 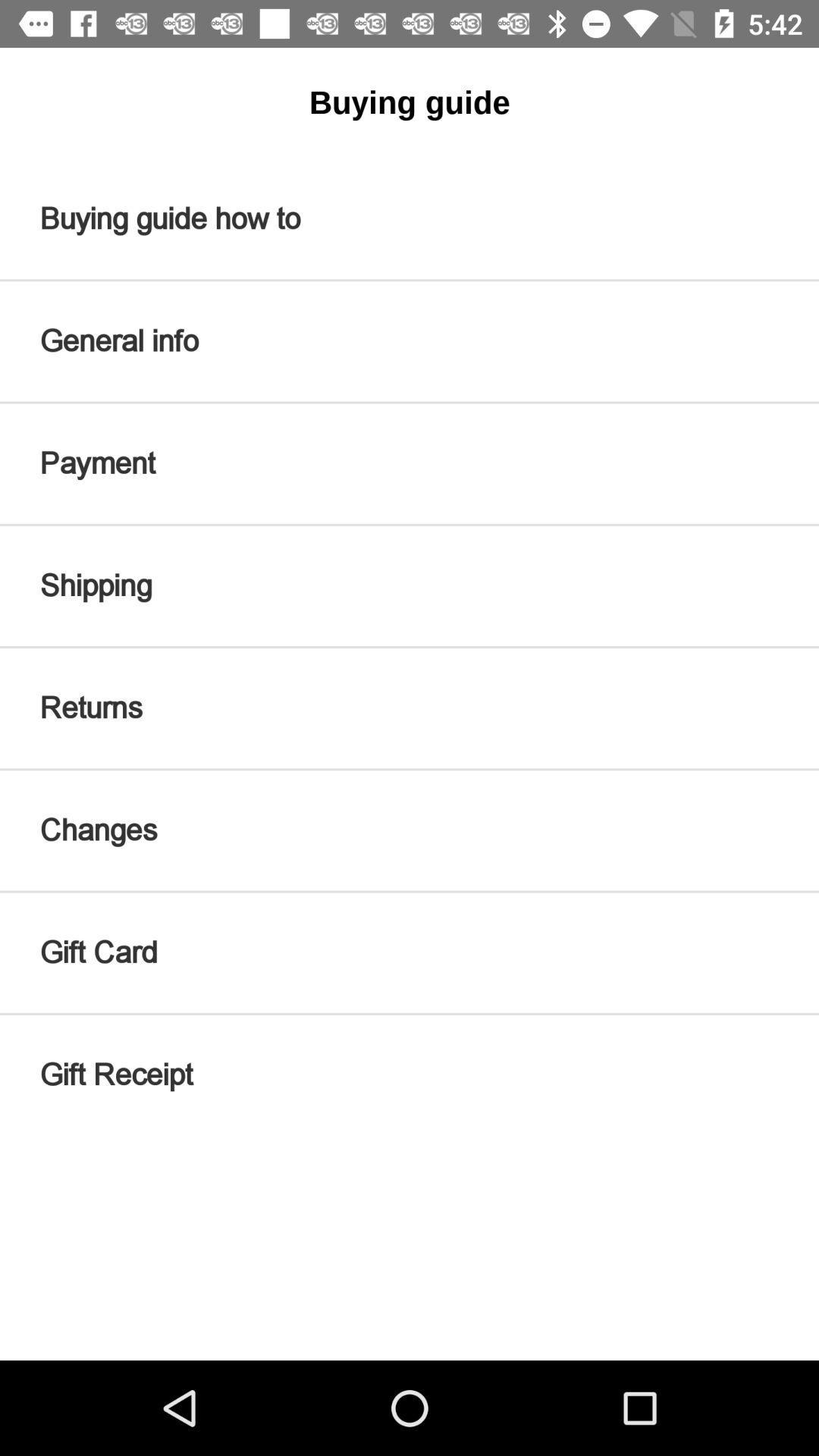 I want to click on the returns, so click(x=409, y=708).